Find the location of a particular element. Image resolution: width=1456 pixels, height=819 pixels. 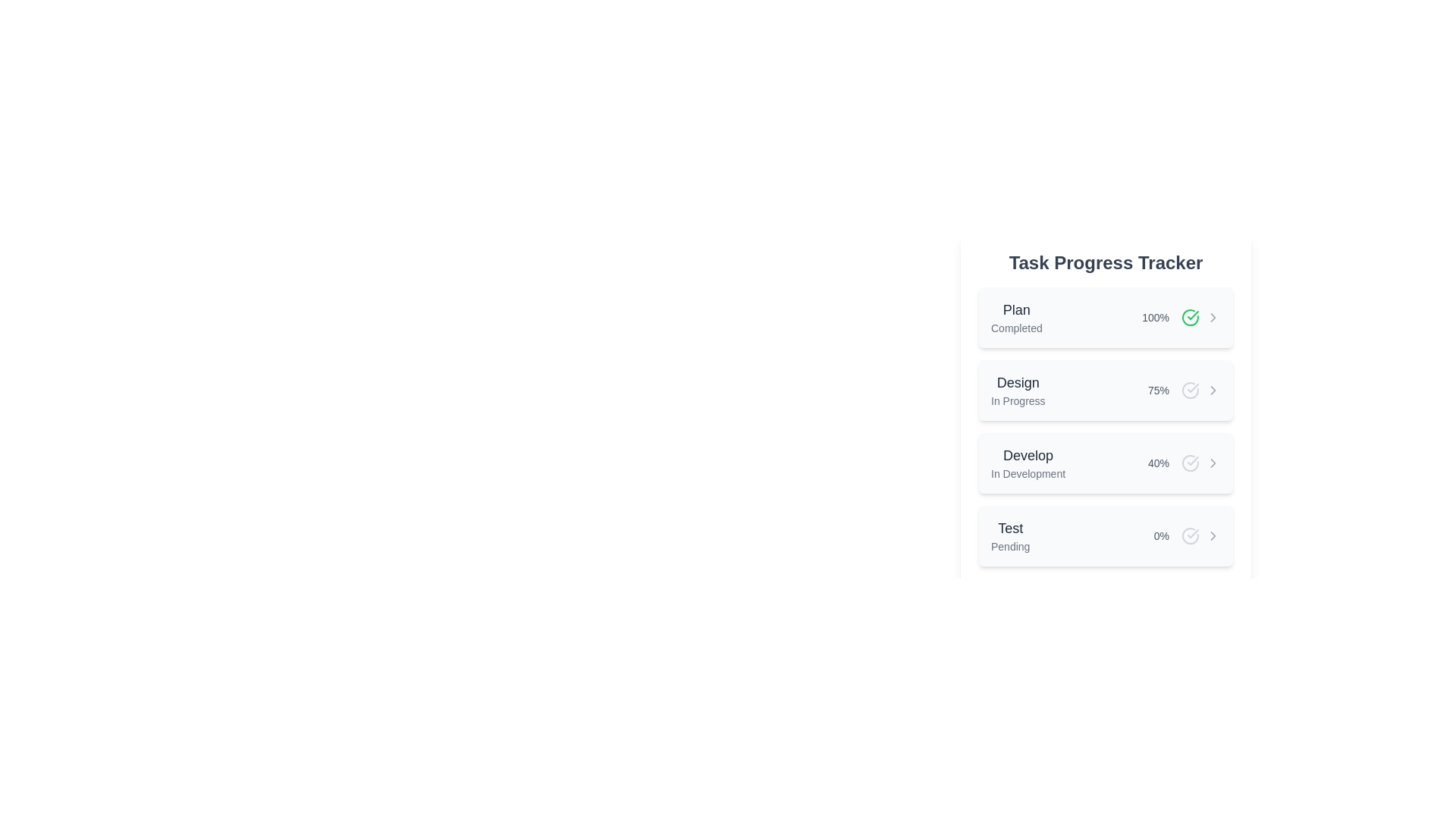

the '40%' text label within the 'Develop In Development' progress section, which is part of a progress indicator group is located at coordinates (1183, 462).